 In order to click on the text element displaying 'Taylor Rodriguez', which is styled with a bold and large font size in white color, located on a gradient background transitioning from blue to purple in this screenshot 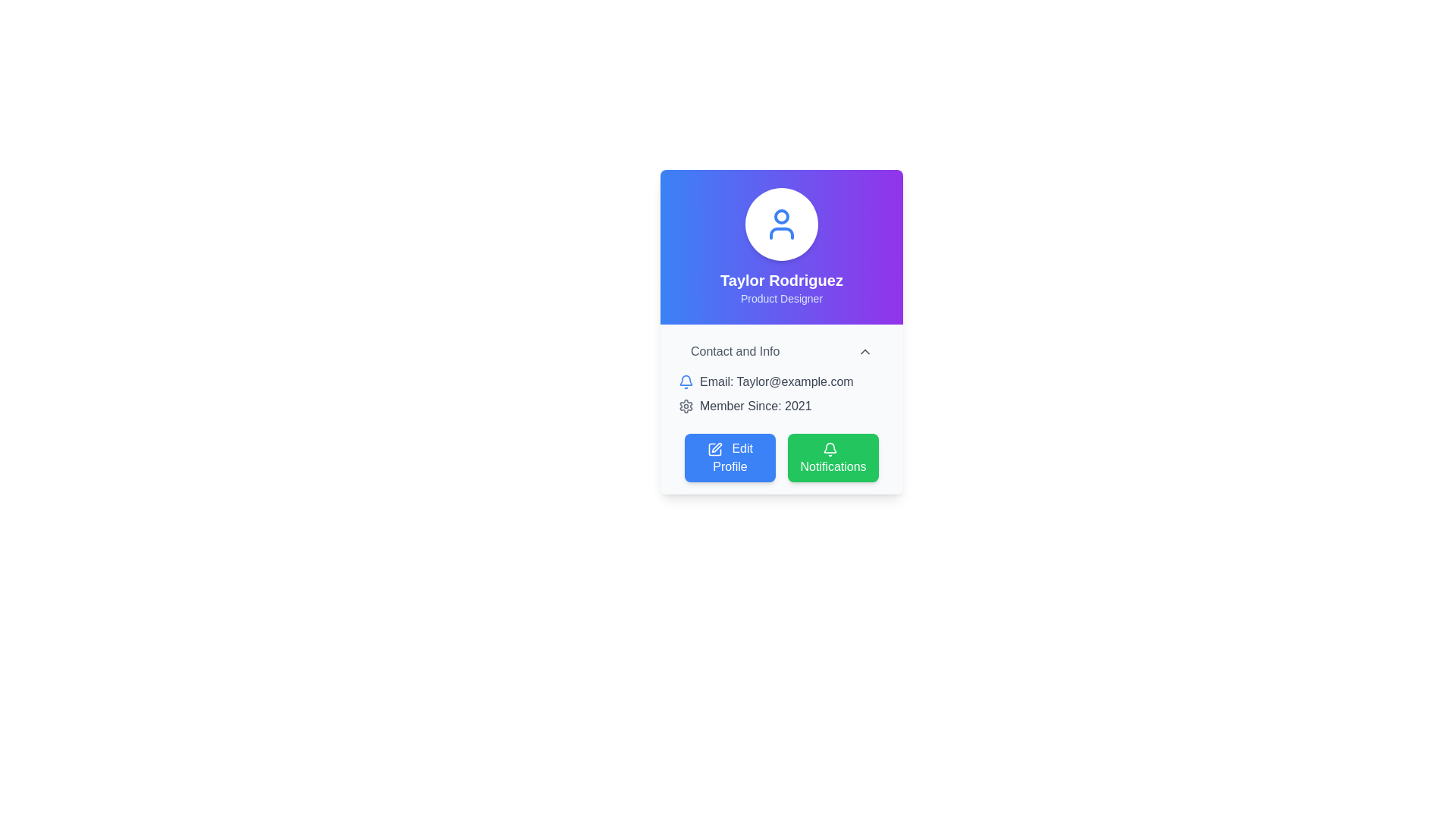, I will do `click(782, 281)`.